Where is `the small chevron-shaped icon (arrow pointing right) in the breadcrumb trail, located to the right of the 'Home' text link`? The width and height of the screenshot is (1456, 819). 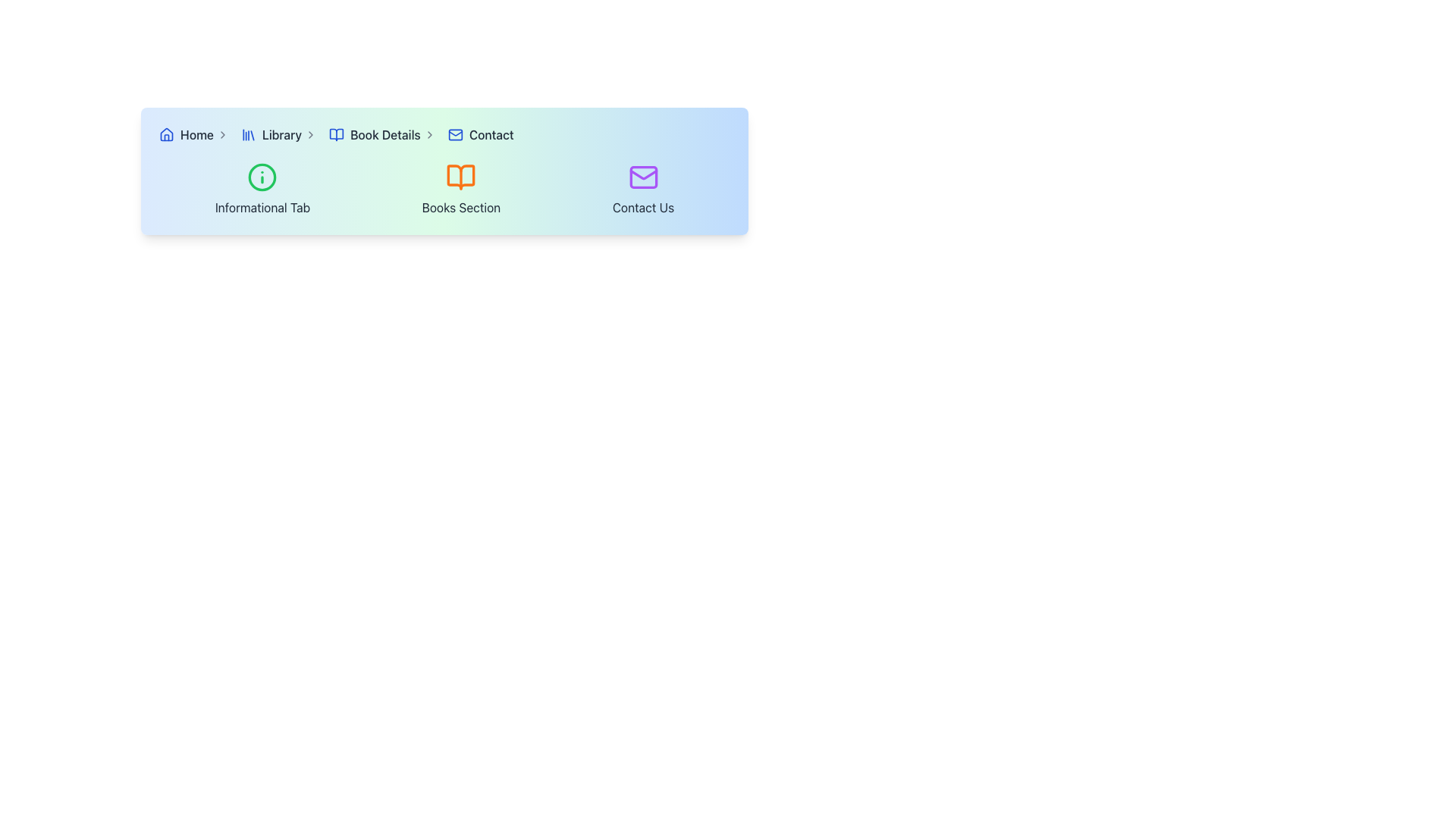 the small chevron-shaped icon (arrow pointing right) in the breadcrumb trail, located to the right of the 'Home' text link is located at coordinates (221, 133).